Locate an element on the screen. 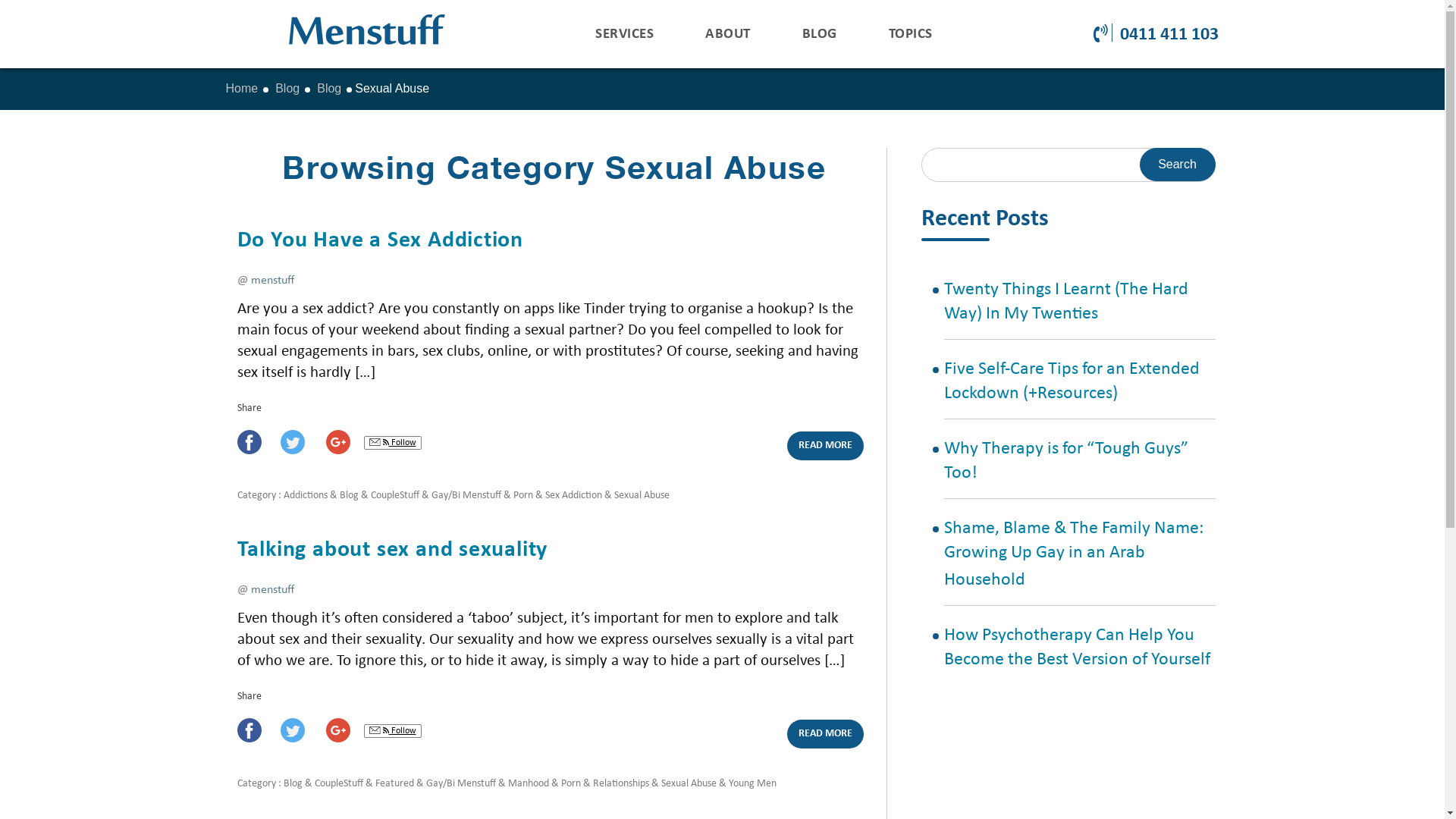 This screenshot has height=819, width=1456. 'TOPICS' is located at coordinates (910, 34).